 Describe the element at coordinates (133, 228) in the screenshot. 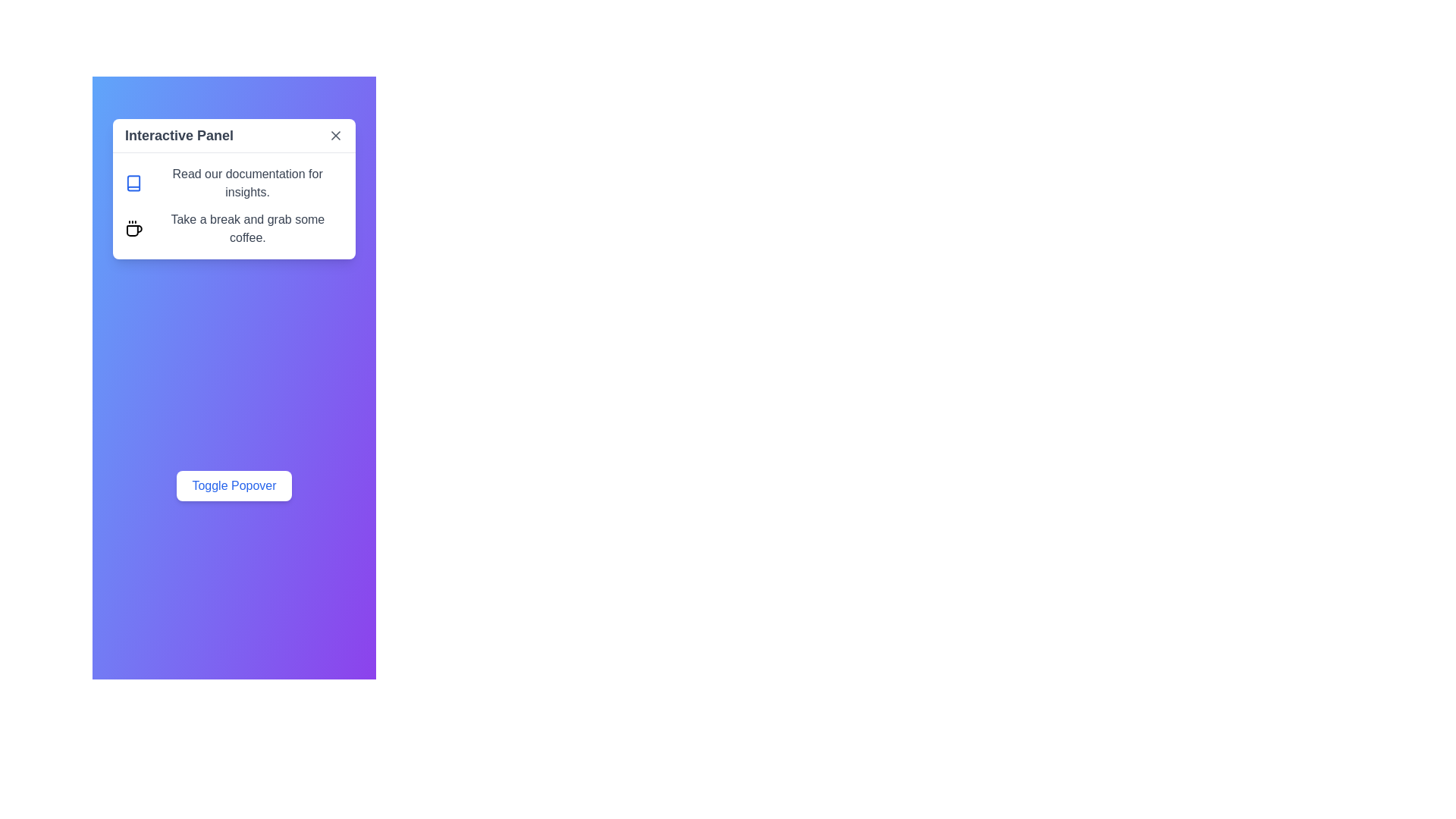

I see `the brown coffee icon located to the left of the text caption 'Take a break and grab some coffee.'` at that location.